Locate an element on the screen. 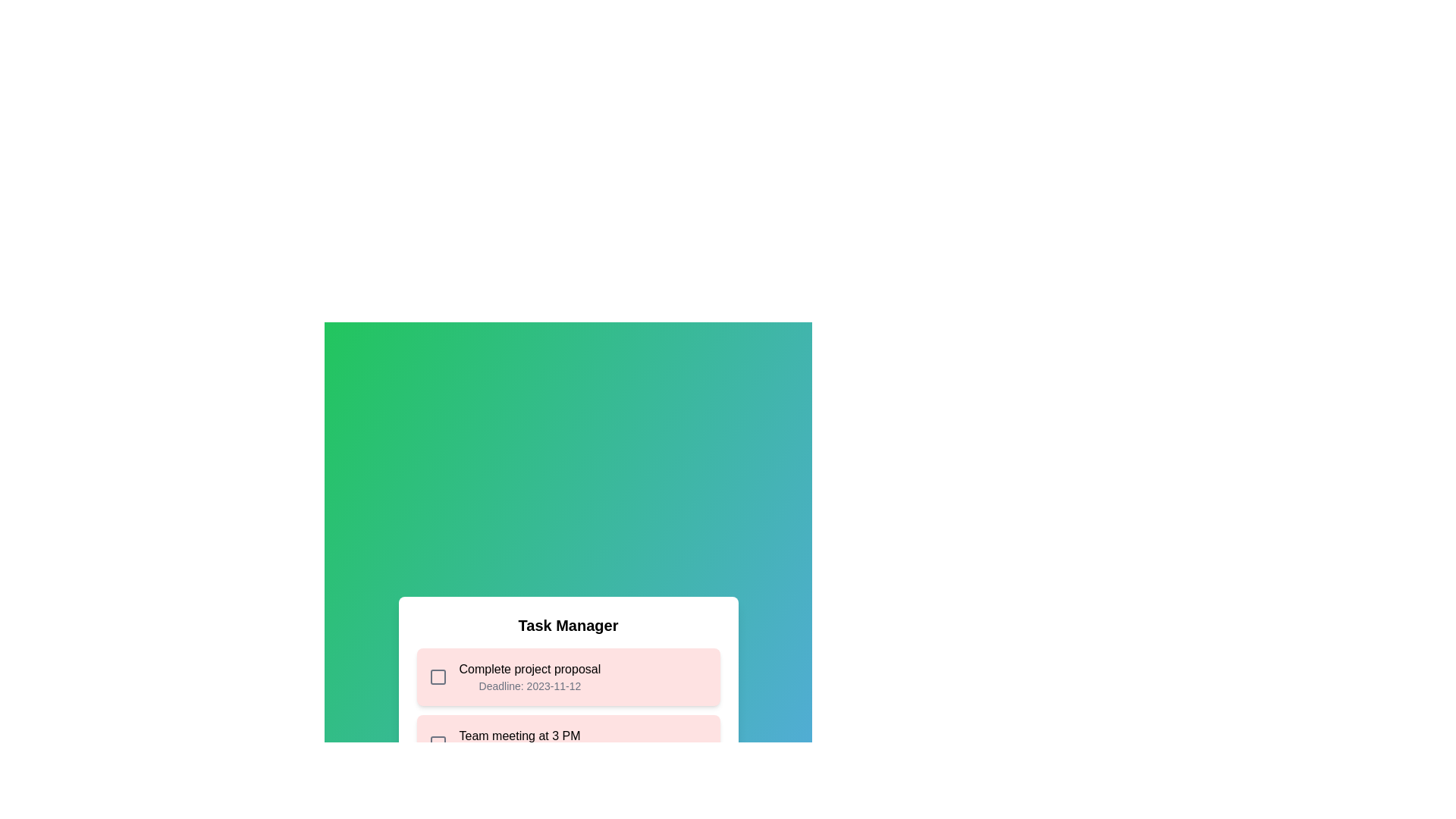 This screenshot has width=1456, height=819. text element displaying 'Deadline: 2023-11-12', which is a smaller, gray-colored font located below the main title 'Complete project proposal' is located at coordinates (529, 686).